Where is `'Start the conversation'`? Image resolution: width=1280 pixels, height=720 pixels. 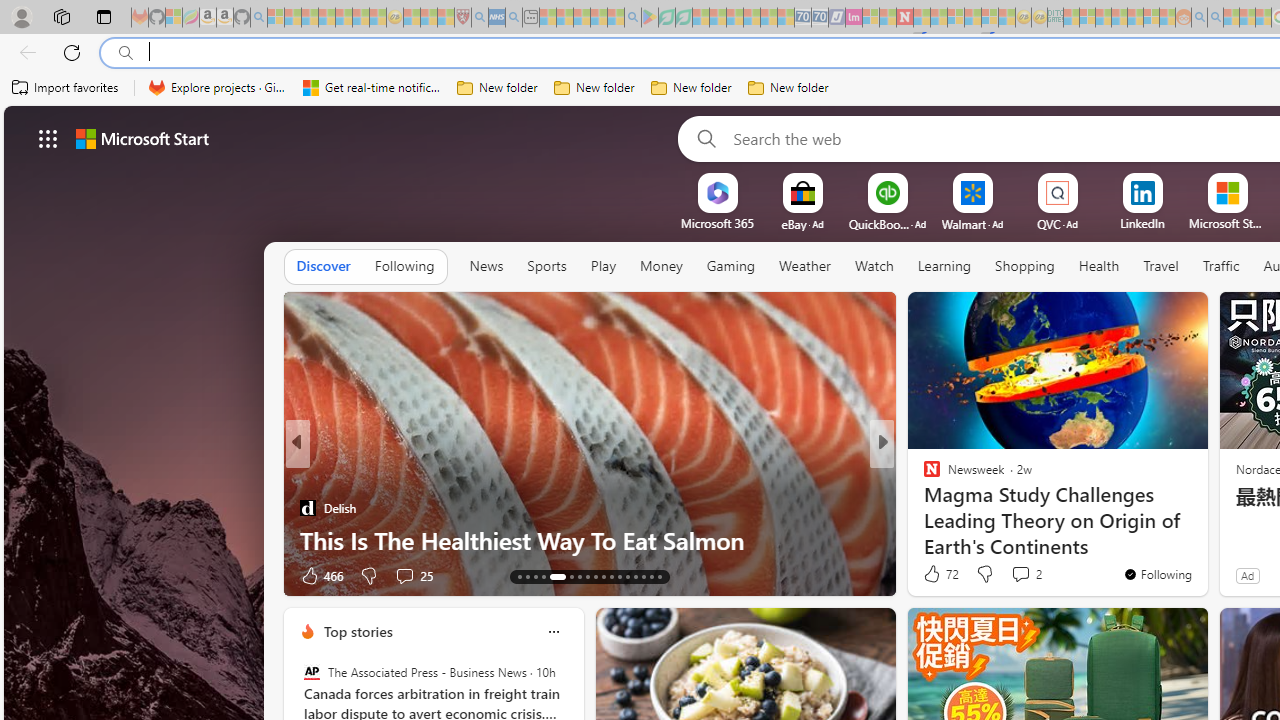 'Start the conversation' is located at coordinates (1014, 575).